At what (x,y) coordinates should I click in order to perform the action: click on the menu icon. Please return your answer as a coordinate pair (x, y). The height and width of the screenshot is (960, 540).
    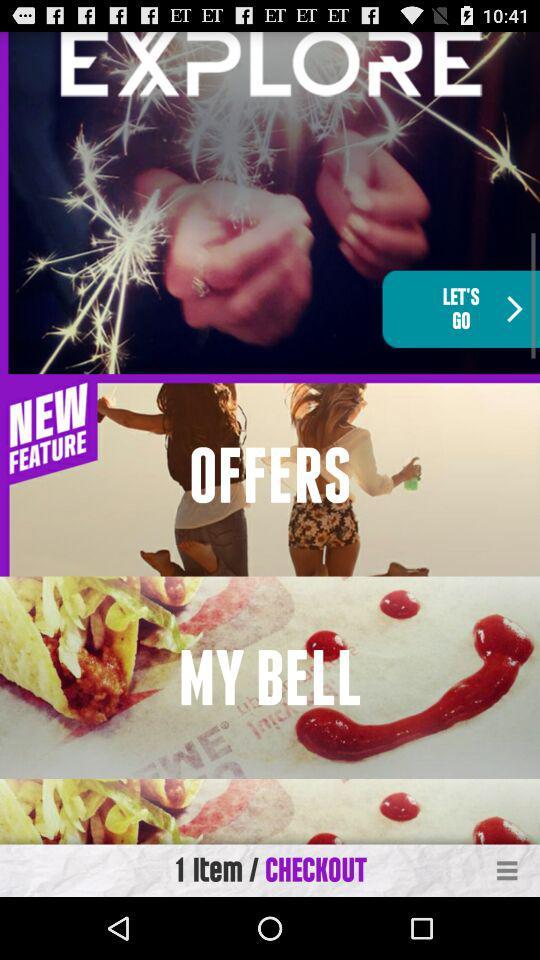
    Looking at the image, I should click on (507, 931).